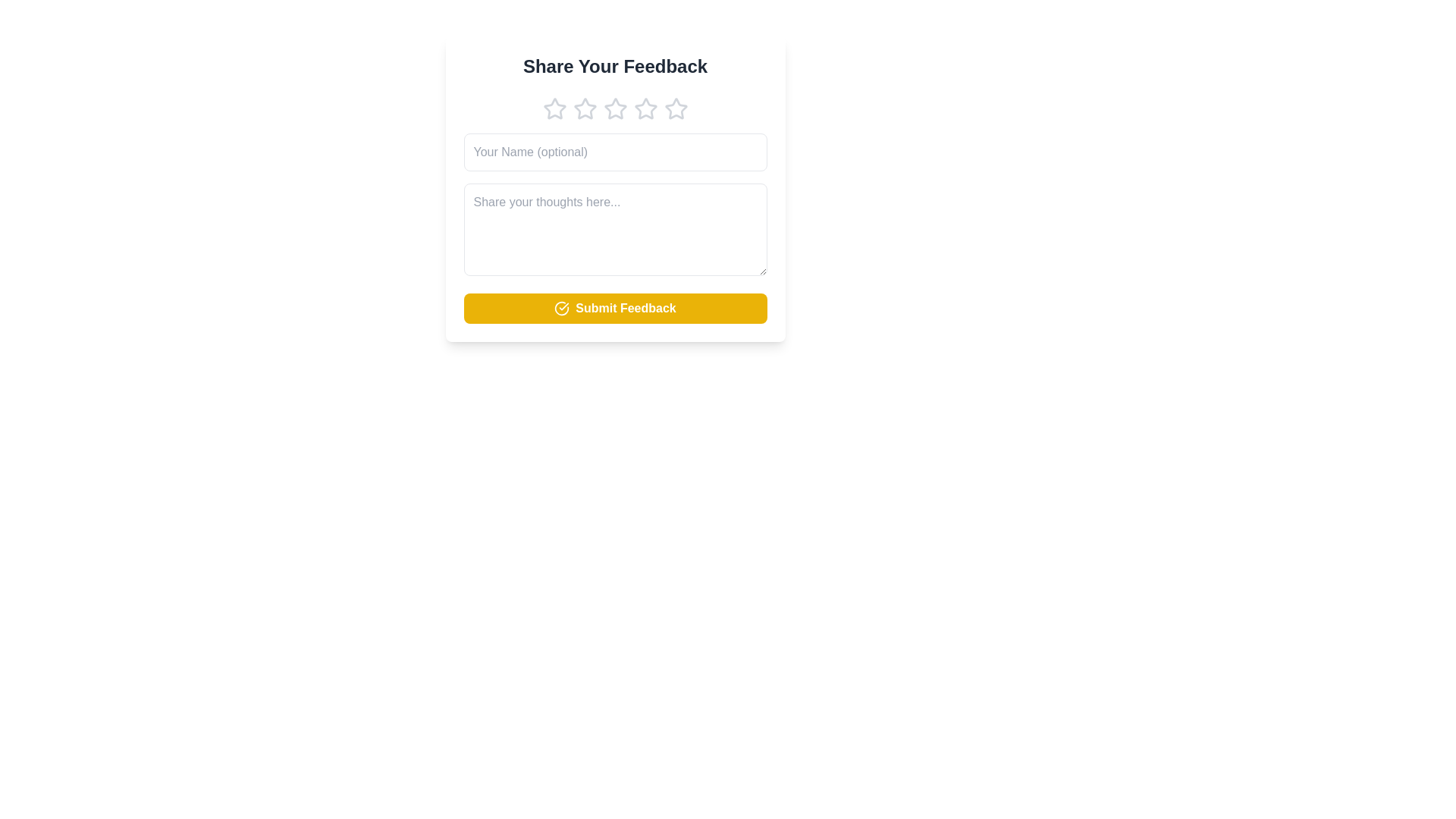  What do you see at coordinates (561, 308) in the screenshot?
I see `the feedback submission icon located to the left of the text label within the 'Submit Feedback' button` at bounding box center [561, 308].